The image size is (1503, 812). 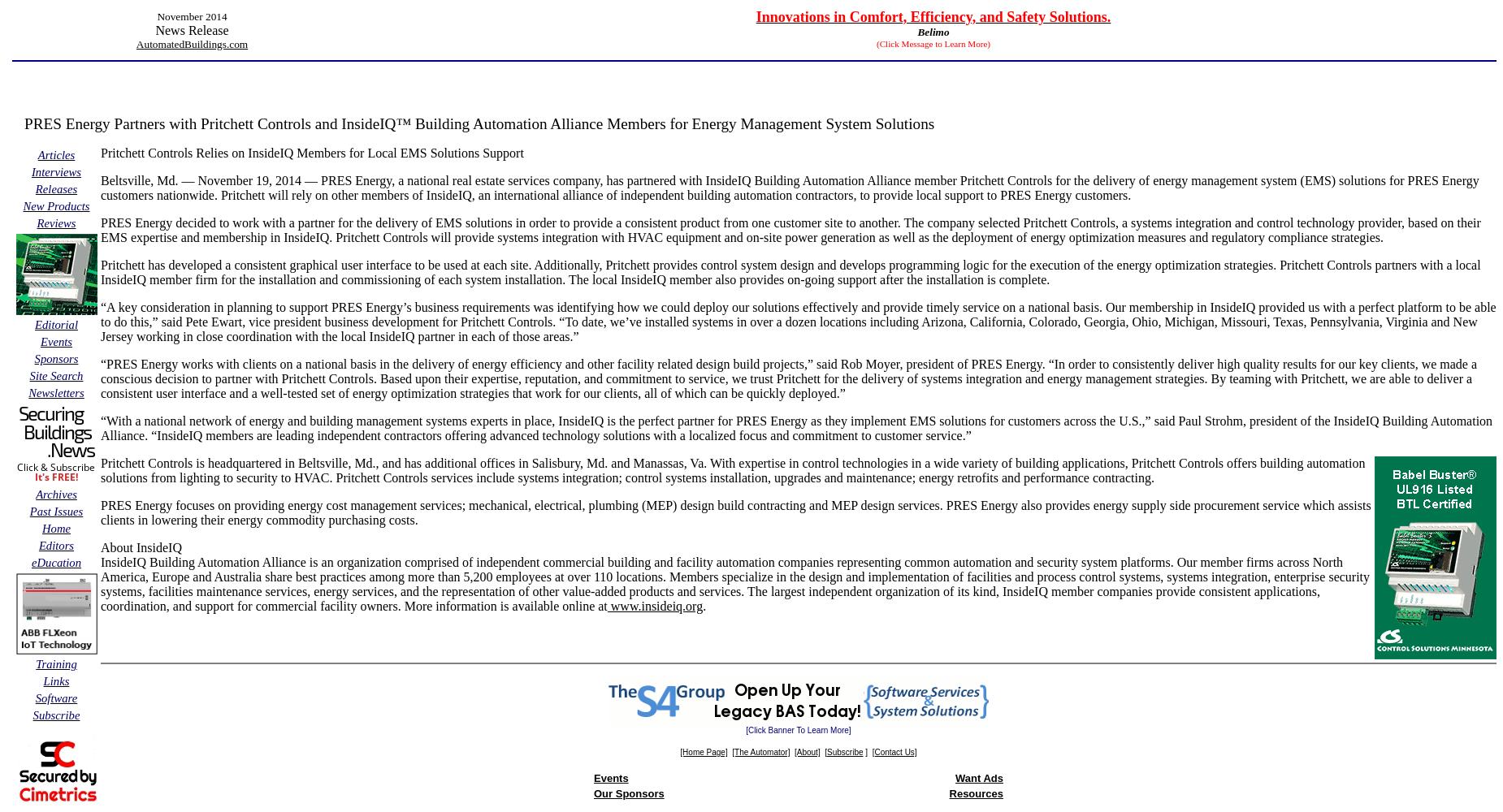 I want to click on ']', so click(x=864, y=752).